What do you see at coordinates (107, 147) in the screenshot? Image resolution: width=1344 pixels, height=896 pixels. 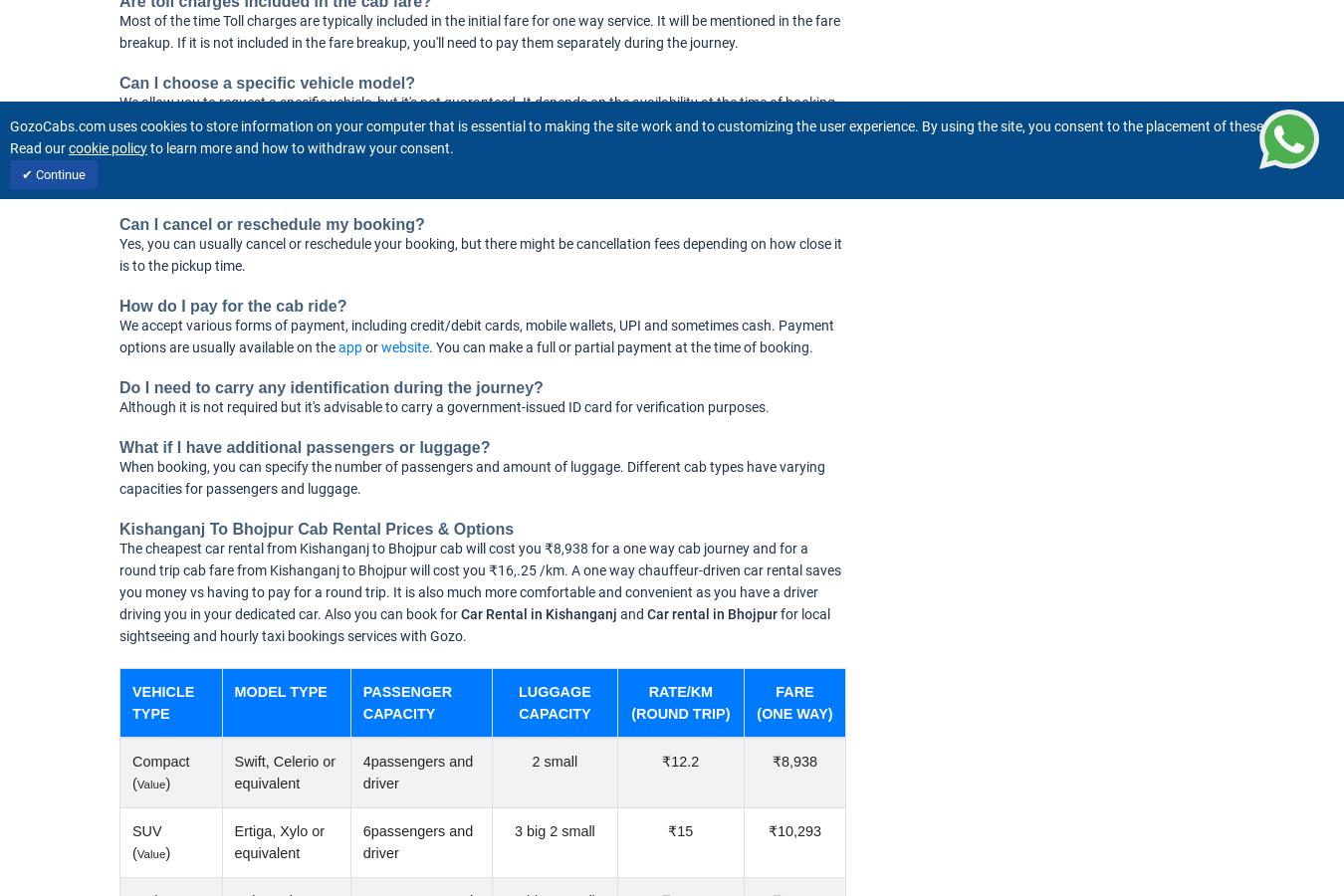 I see `'cookie policy'` at bounding box center [107, 147].